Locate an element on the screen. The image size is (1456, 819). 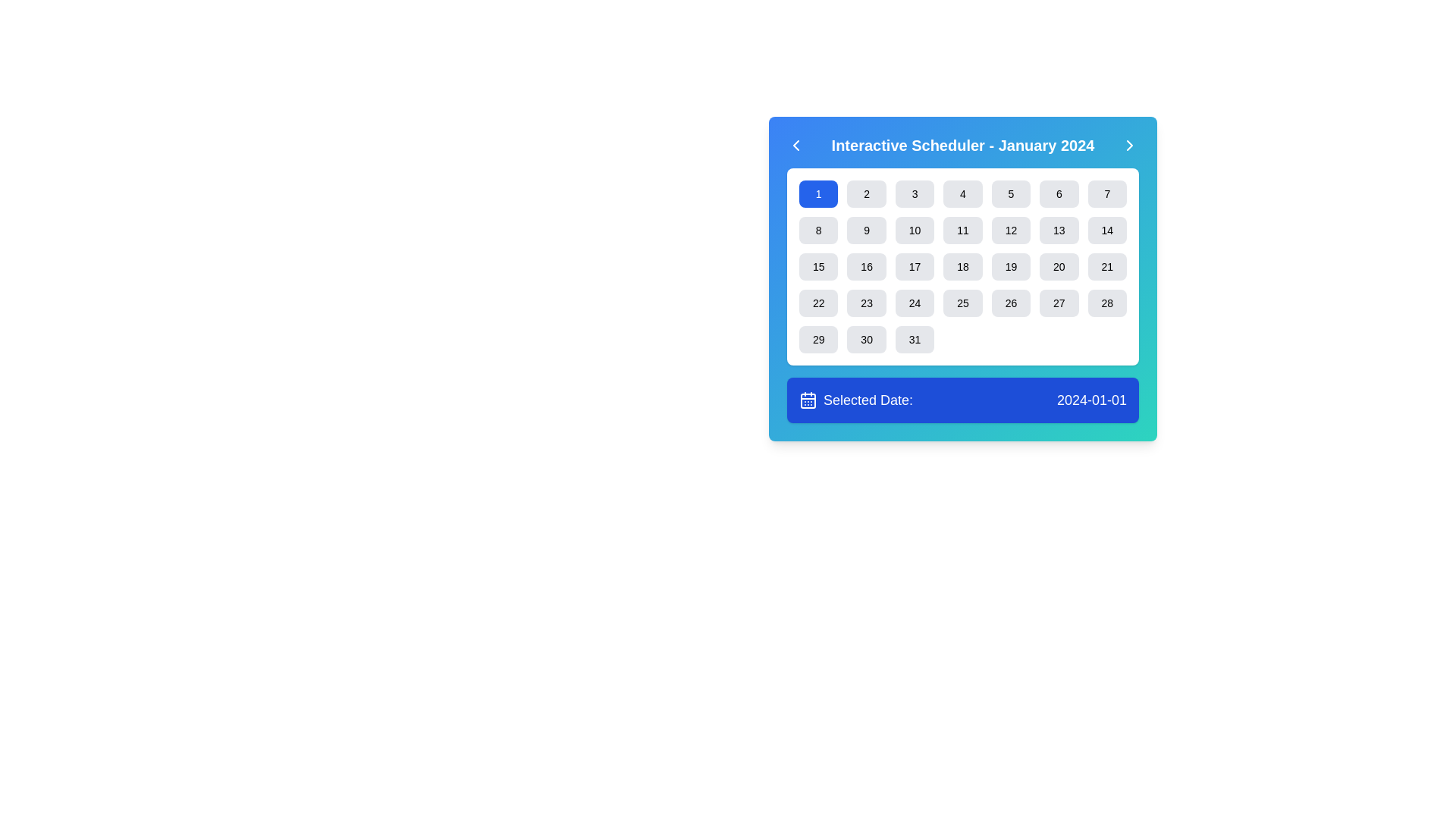
the rectangular shape with rounded corners in the calendar SVG icon, located to the left of the 'Selected Date' text in the footer area is located at coordinates (807, 400).